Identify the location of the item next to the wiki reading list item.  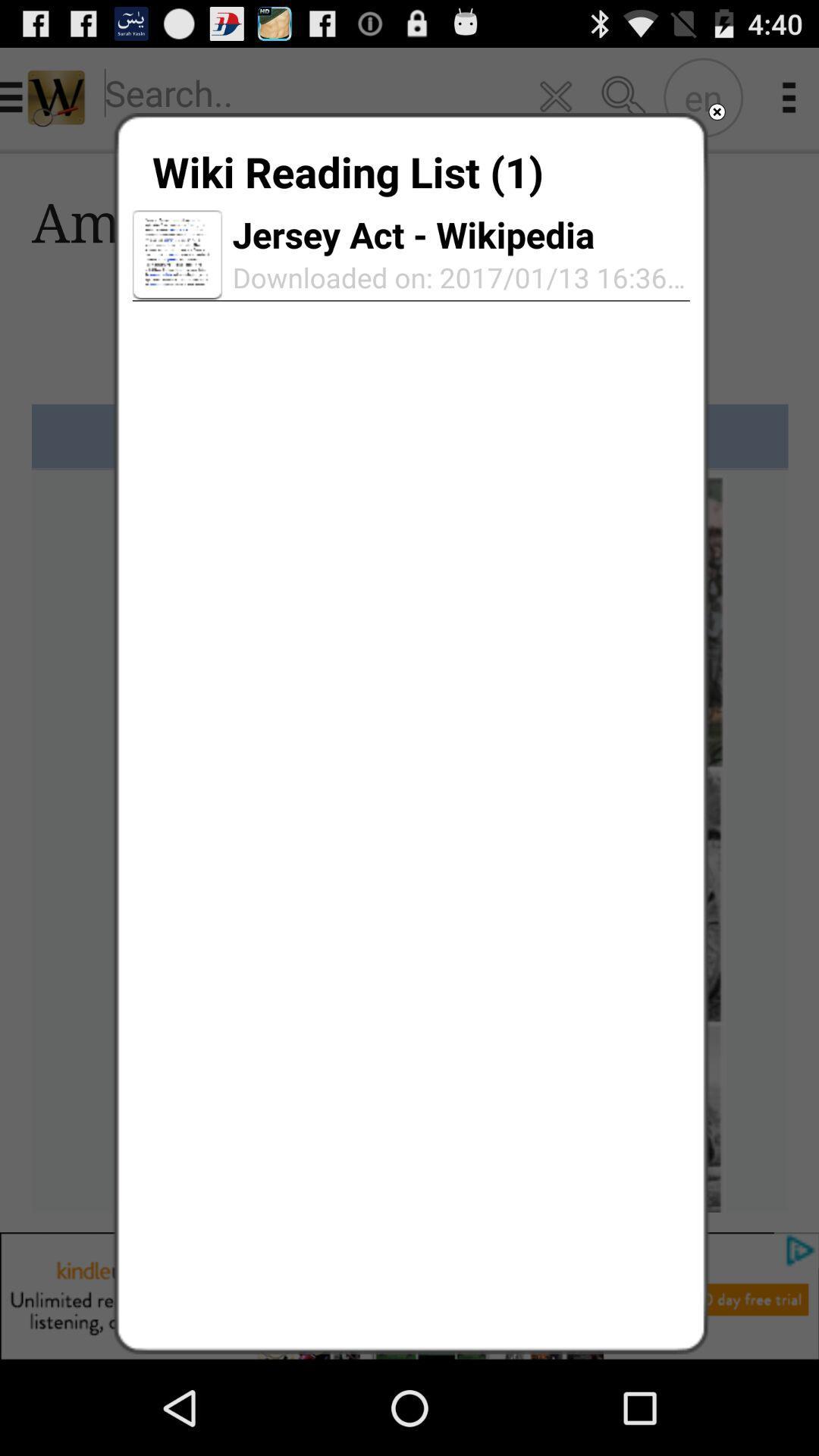
(717, 111).